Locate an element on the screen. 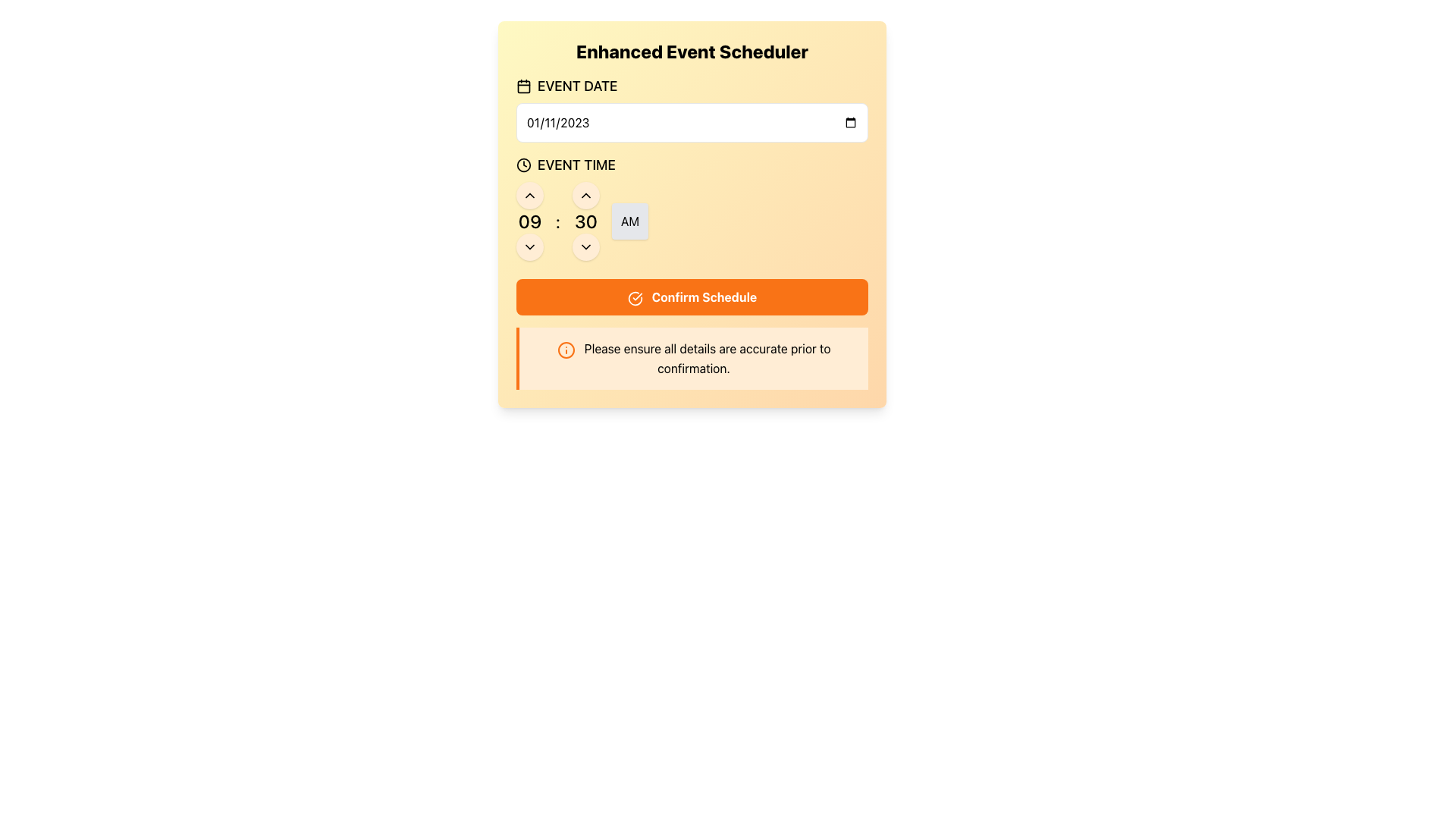 The image size is (1456, 819). the confirmation icon positioned inside the 'Confirm Schedule' button, located to the left of the button's text is located at coordinates (635, 298).